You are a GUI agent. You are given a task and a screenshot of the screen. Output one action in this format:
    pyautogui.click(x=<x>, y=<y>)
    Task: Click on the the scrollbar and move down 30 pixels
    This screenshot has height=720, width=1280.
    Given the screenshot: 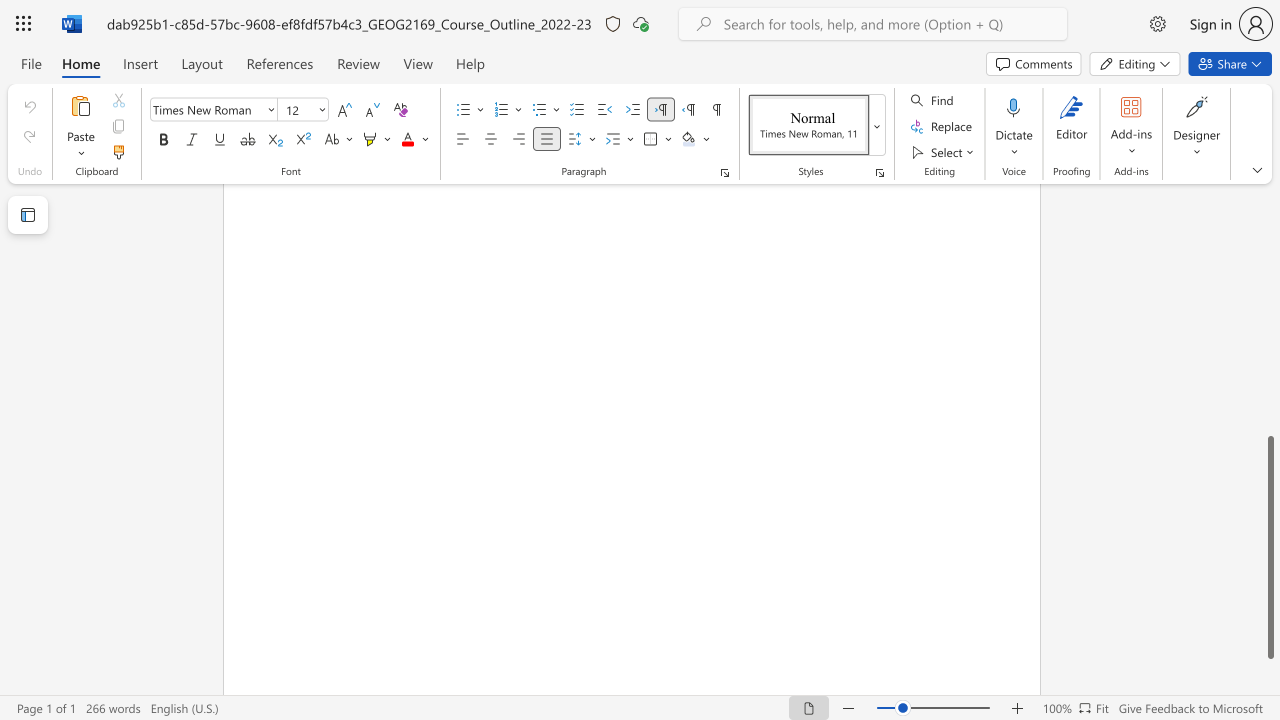 What is the action you would take?
    pyautogui.click(x=1269, y=547)
    